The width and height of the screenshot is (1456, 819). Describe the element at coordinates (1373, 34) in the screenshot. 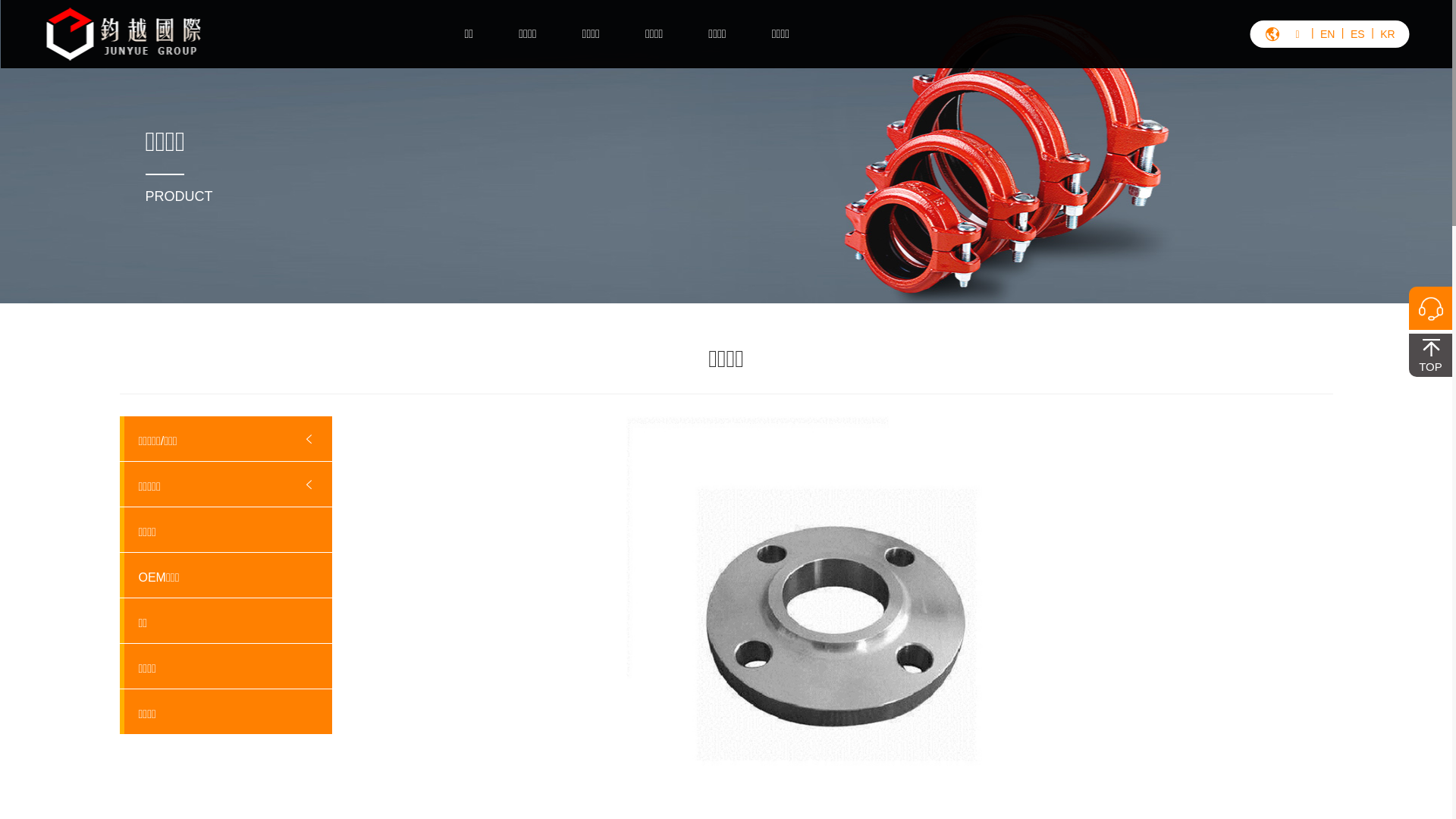

I see `'KR'` at that location.